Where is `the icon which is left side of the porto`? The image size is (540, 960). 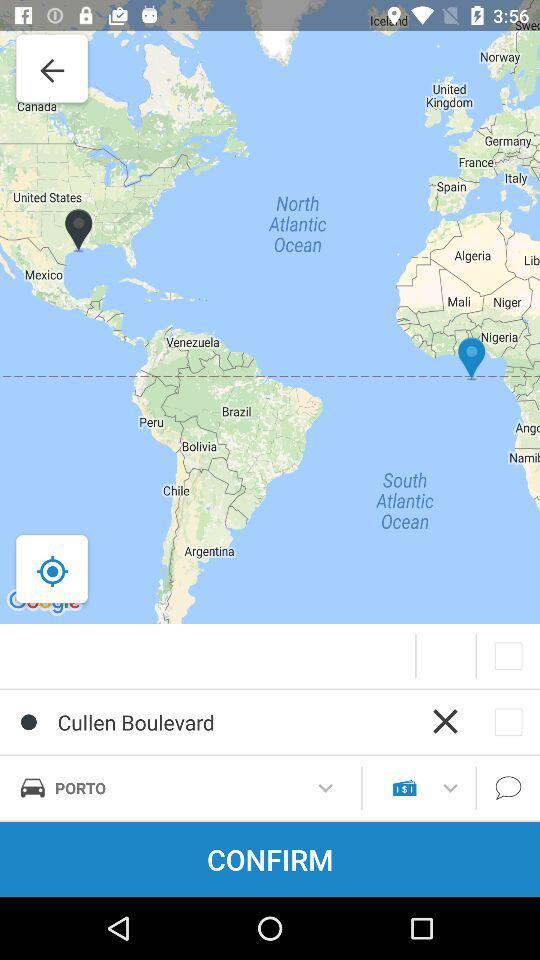
the icon which is left side of the porto is located at coordinates (31, 787).